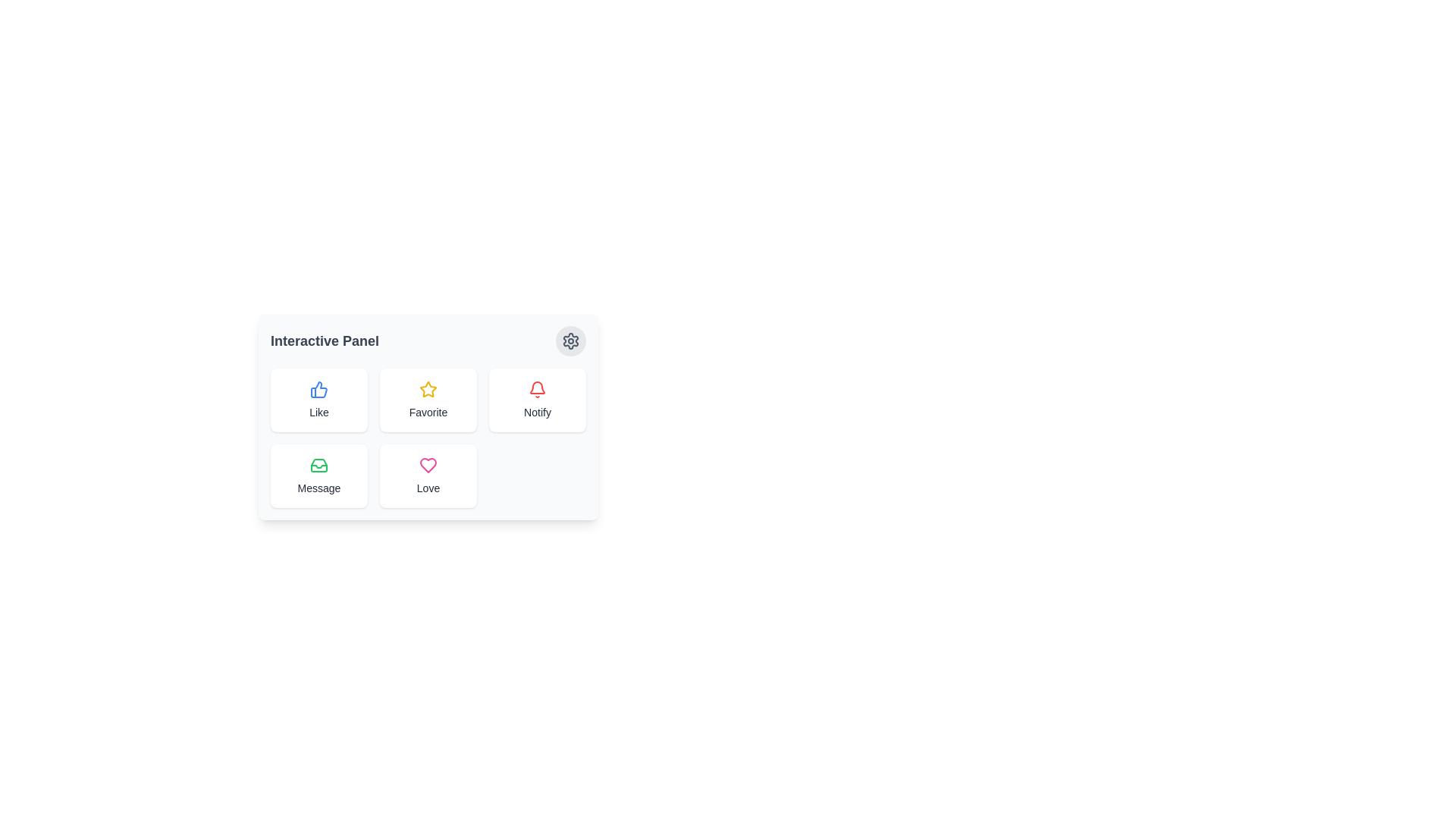 Image resolution: width=1456 pixels, height=819 pixels. What do you see at coordinates (570, 341) in the screenshot?
I see `the gear-shaped icon located at the top-right corner of the 'Interactive Panel'` at bounding box center [570, 341].